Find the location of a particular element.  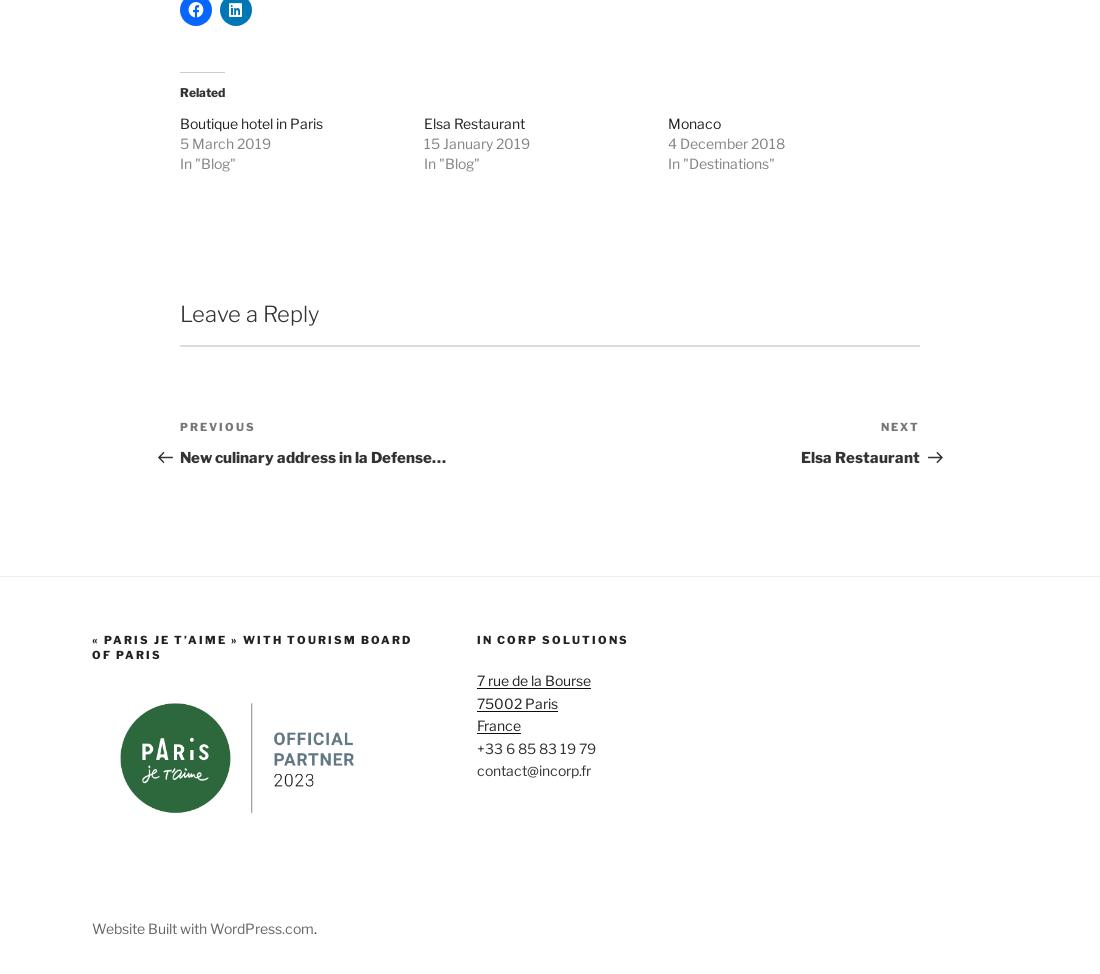

'Reply' is located at coordinates (865, 474).